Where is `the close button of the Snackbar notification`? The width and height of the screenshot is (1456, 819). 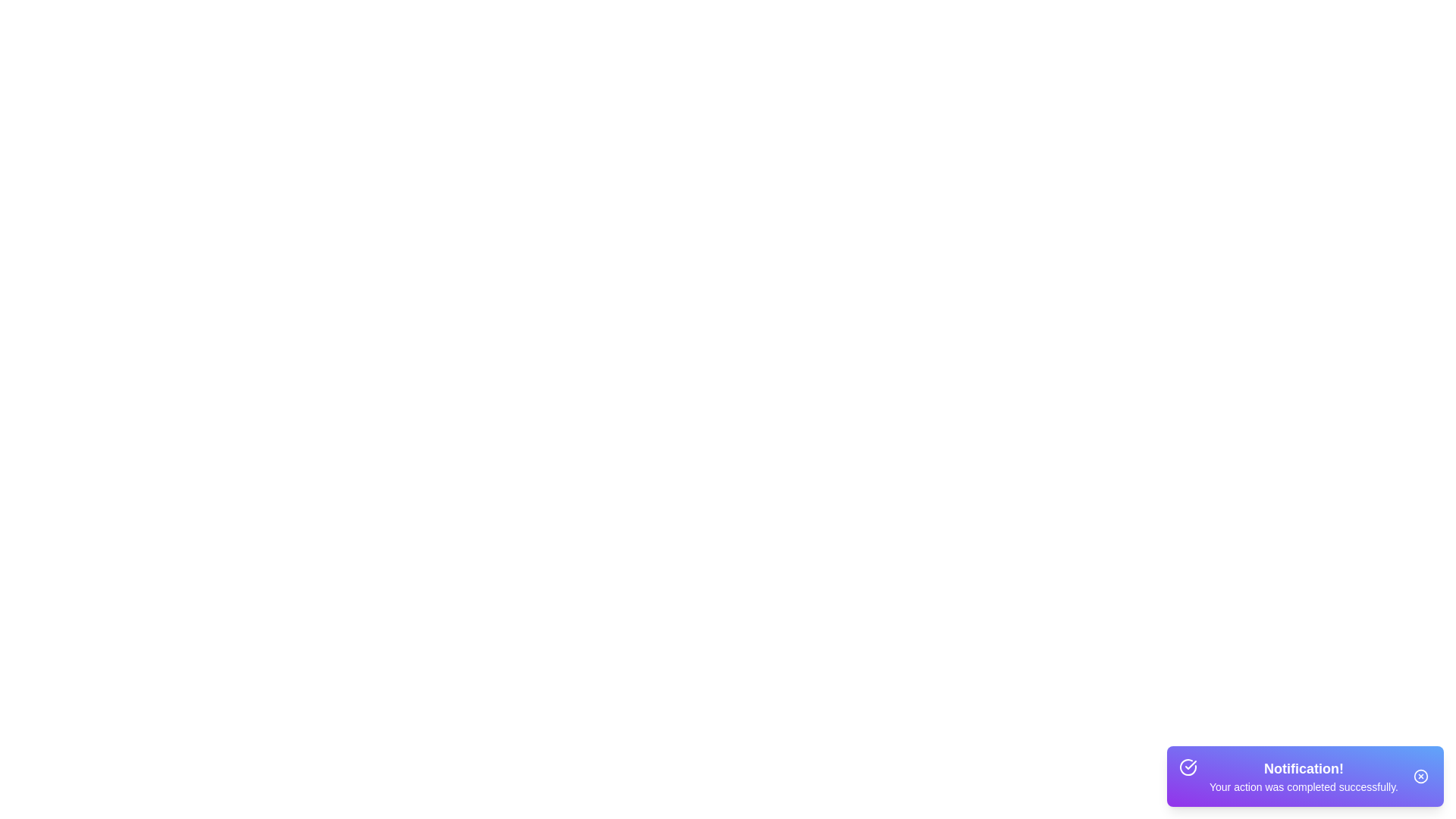
the close button of the Snackbar notification is located at coordinates (1420, 776).